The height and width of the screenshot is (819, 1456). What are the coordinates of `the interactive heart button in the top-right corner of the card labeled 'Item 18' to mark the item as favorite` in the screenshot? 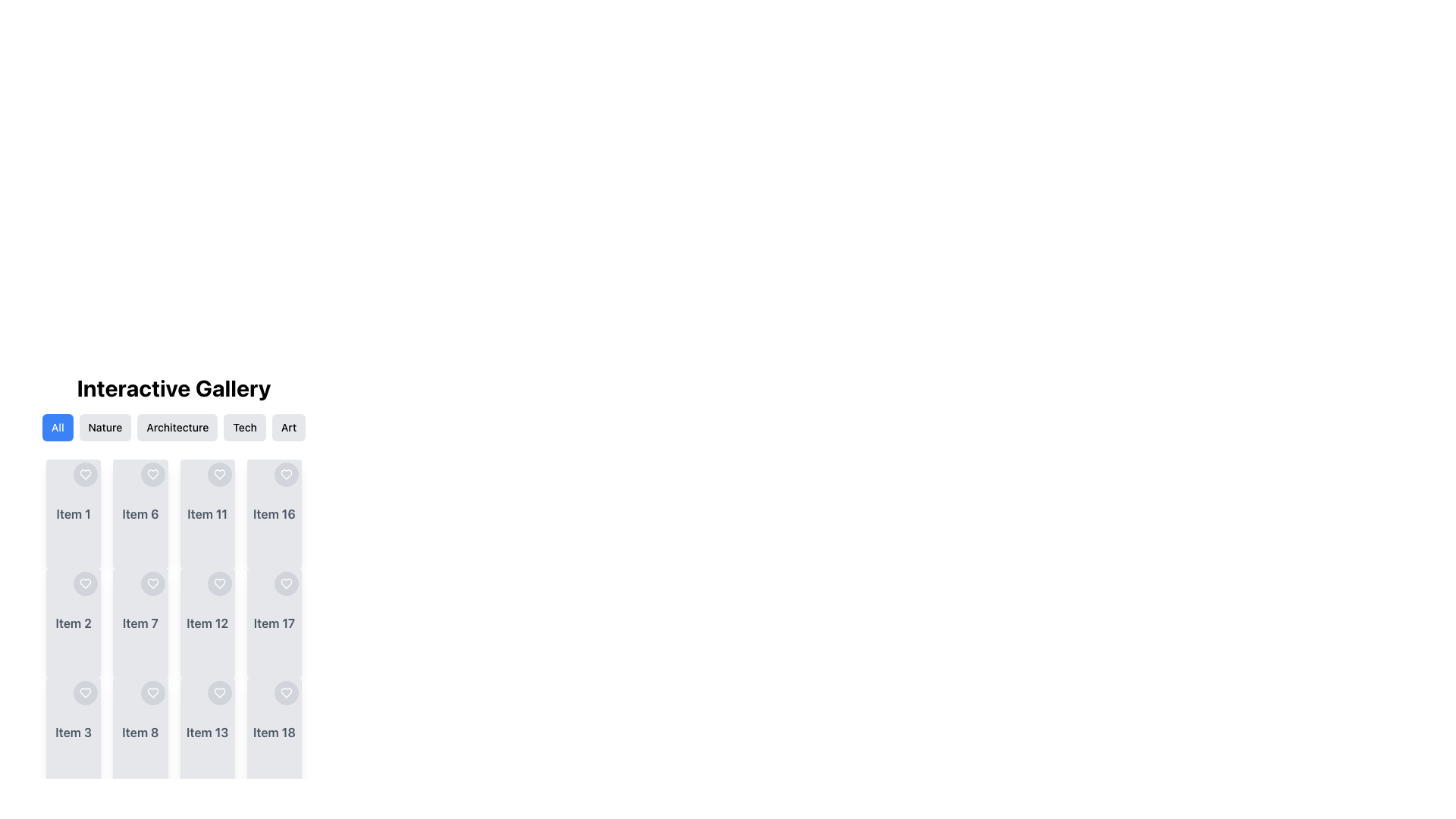 It's located at (287, 693).